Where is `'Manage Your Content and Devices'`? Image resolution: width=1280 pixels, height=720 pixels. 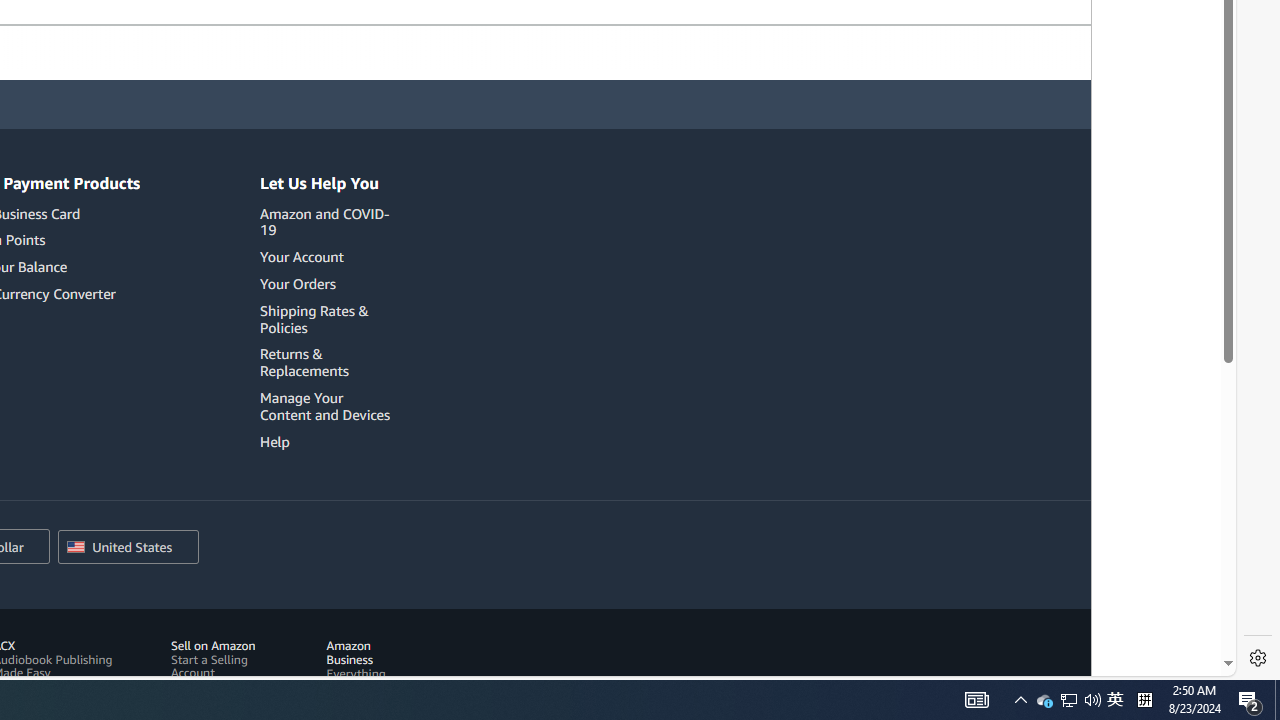
'Manage Your Content and Devices' is located at coordinates (325, 405).